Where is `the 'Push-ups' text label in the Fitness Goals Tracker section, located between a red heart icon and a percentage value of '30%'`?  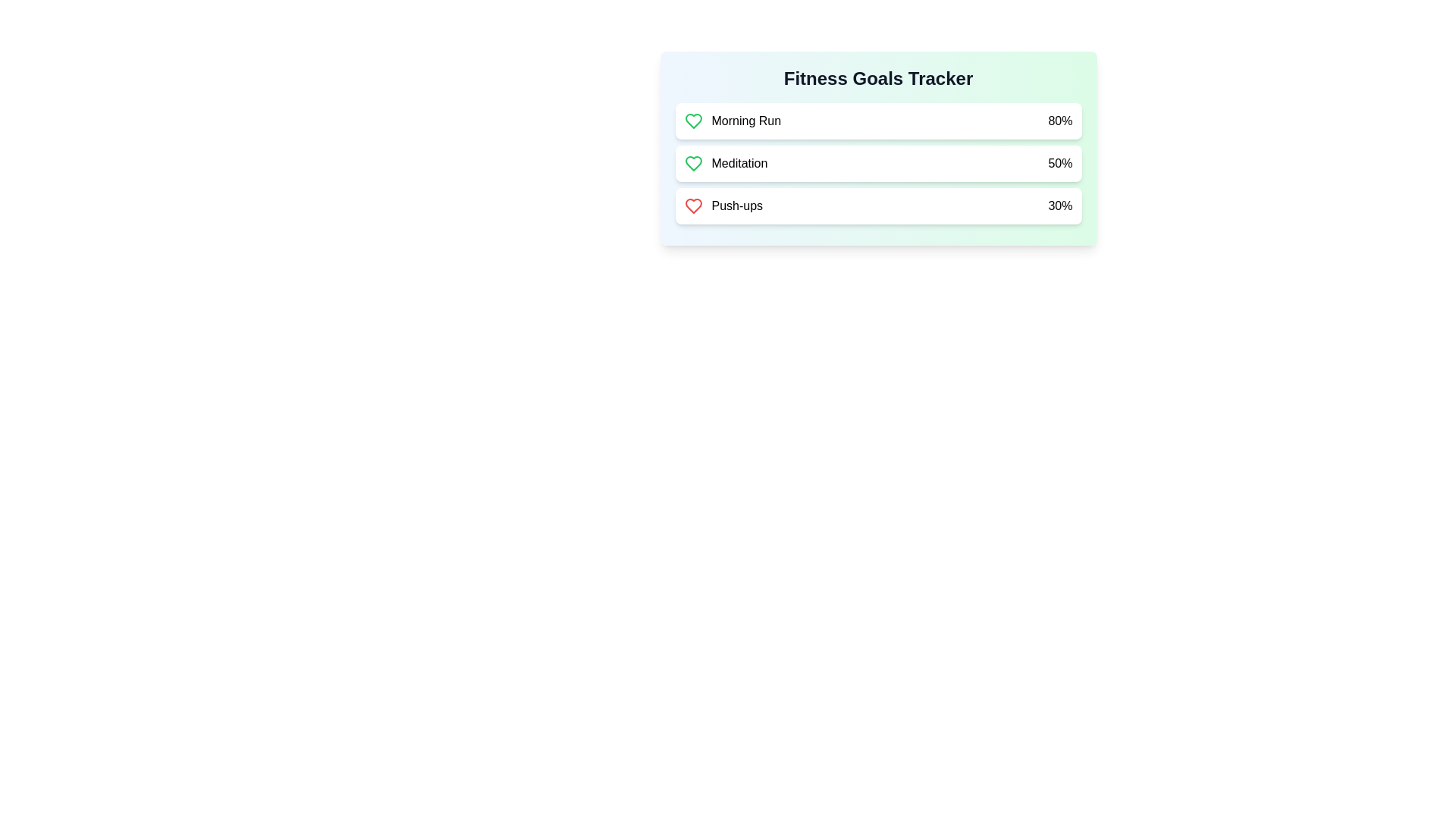 the 'Push-ups' text label in the Fitness Goals Tracker section, located between a red heart icon and a percentage value of '30%' is located at coordinates (737, 206).